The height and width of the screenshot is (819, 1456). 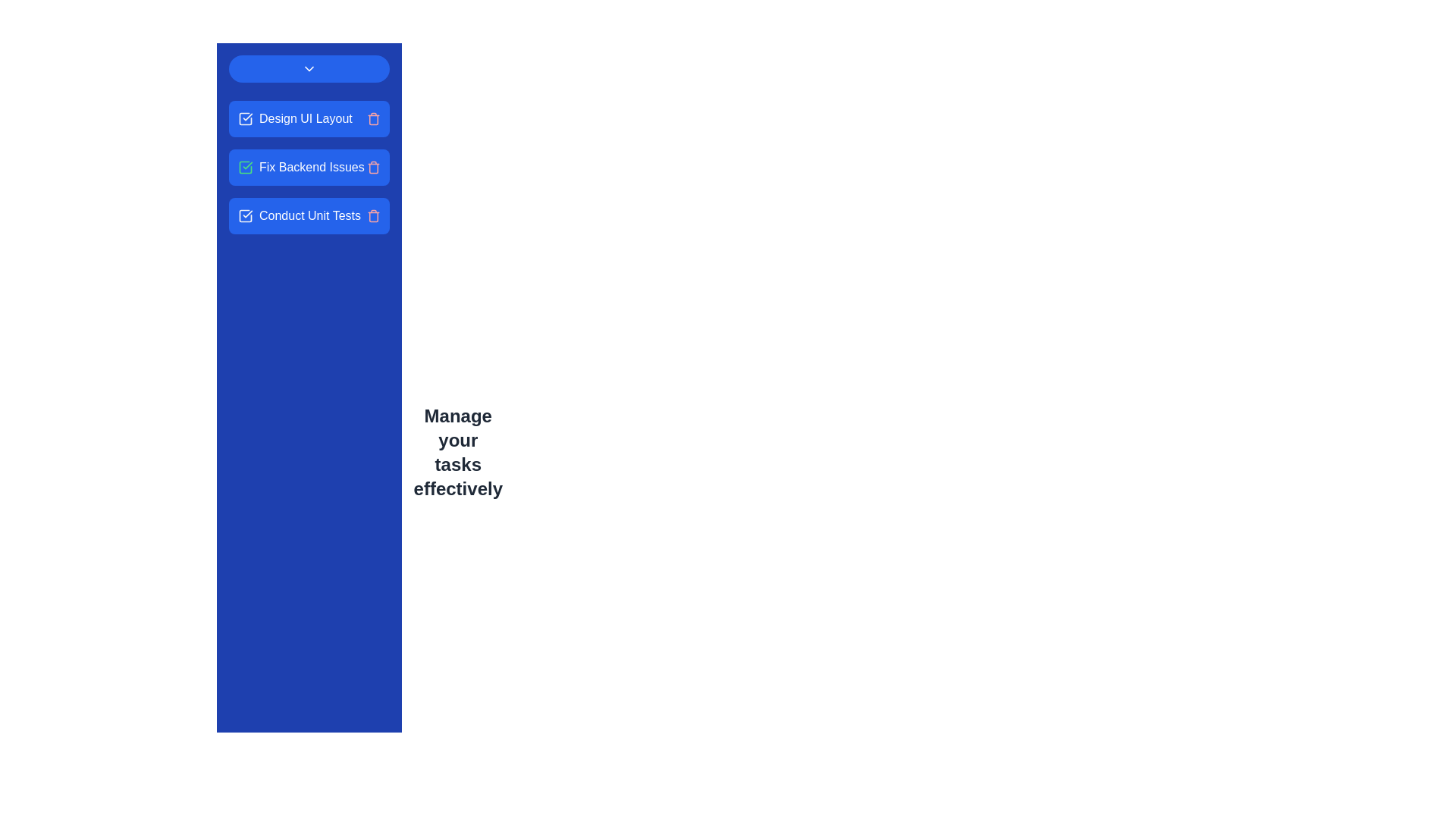 I want to click on the text label displaying 'Fix Backend Issues' in the task management system, which is styled with white font on a blue background and positioned between 'Design UI Layout' and 'Conduct Unit Tests', so click(x=311, y=167).